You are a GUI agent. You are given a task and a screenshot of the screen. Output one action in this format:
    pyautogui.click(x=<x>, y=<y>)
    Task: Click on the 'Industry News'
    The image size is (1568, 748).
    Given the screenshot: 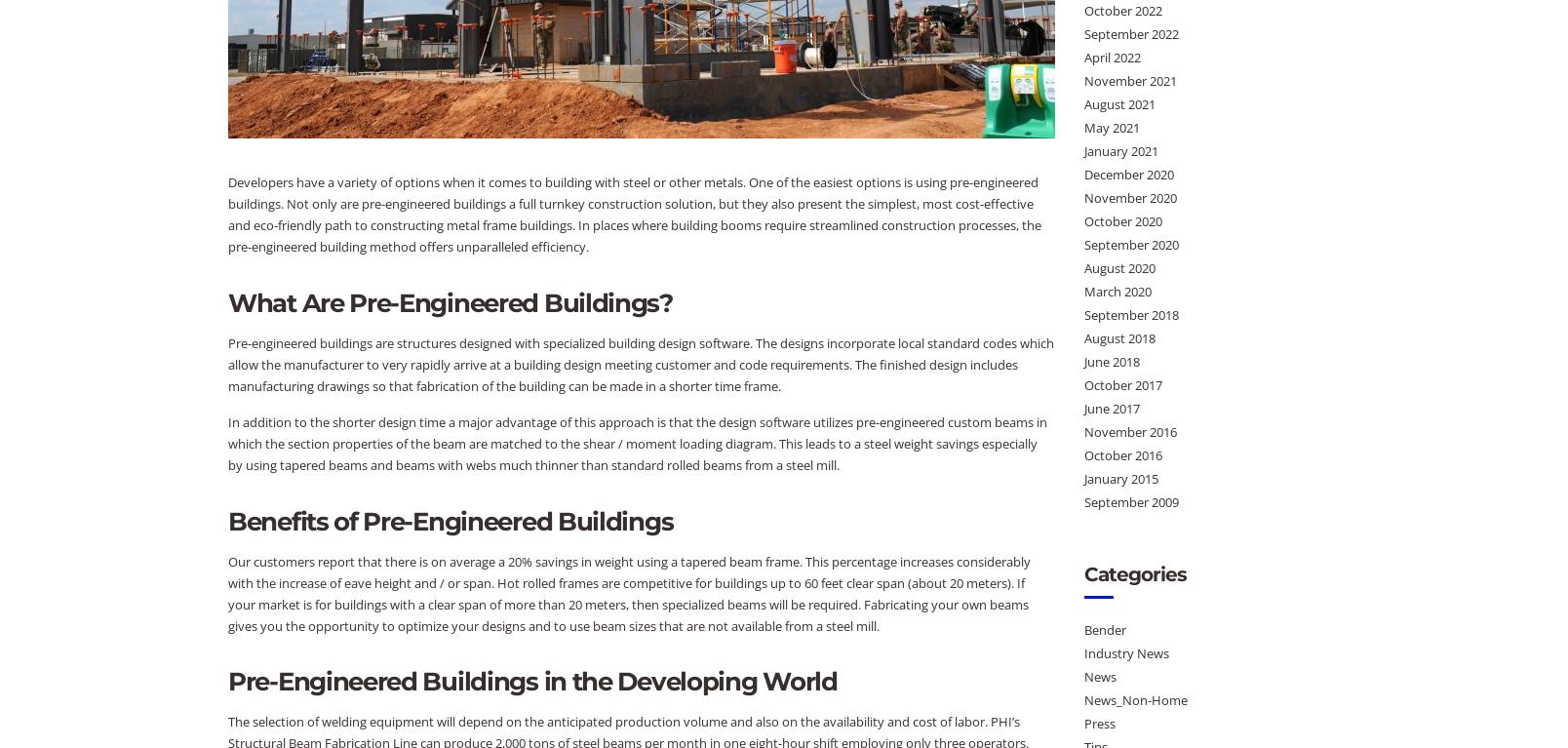 What is the action you would take?
    pyautogui.click(x=1125, y=651)
    